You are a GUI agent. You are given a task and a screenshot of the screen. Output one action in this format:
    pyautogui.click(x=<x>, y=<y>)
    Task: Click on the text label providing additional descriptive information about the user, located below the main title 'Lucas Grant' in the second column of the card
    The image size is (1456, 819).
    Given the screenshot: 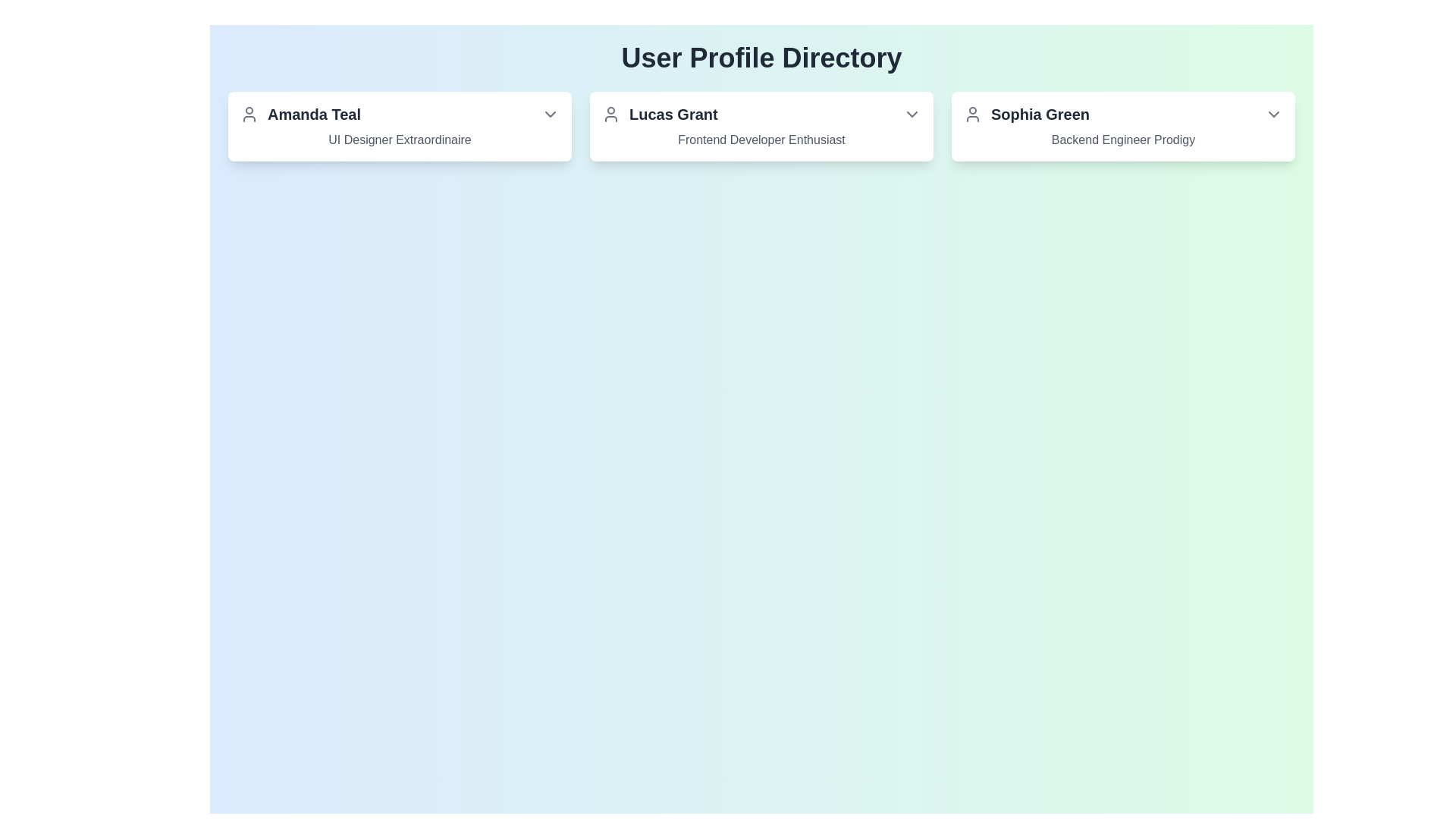 What is the action you would take?
    pyautogui.click(x=761, y=140)
    